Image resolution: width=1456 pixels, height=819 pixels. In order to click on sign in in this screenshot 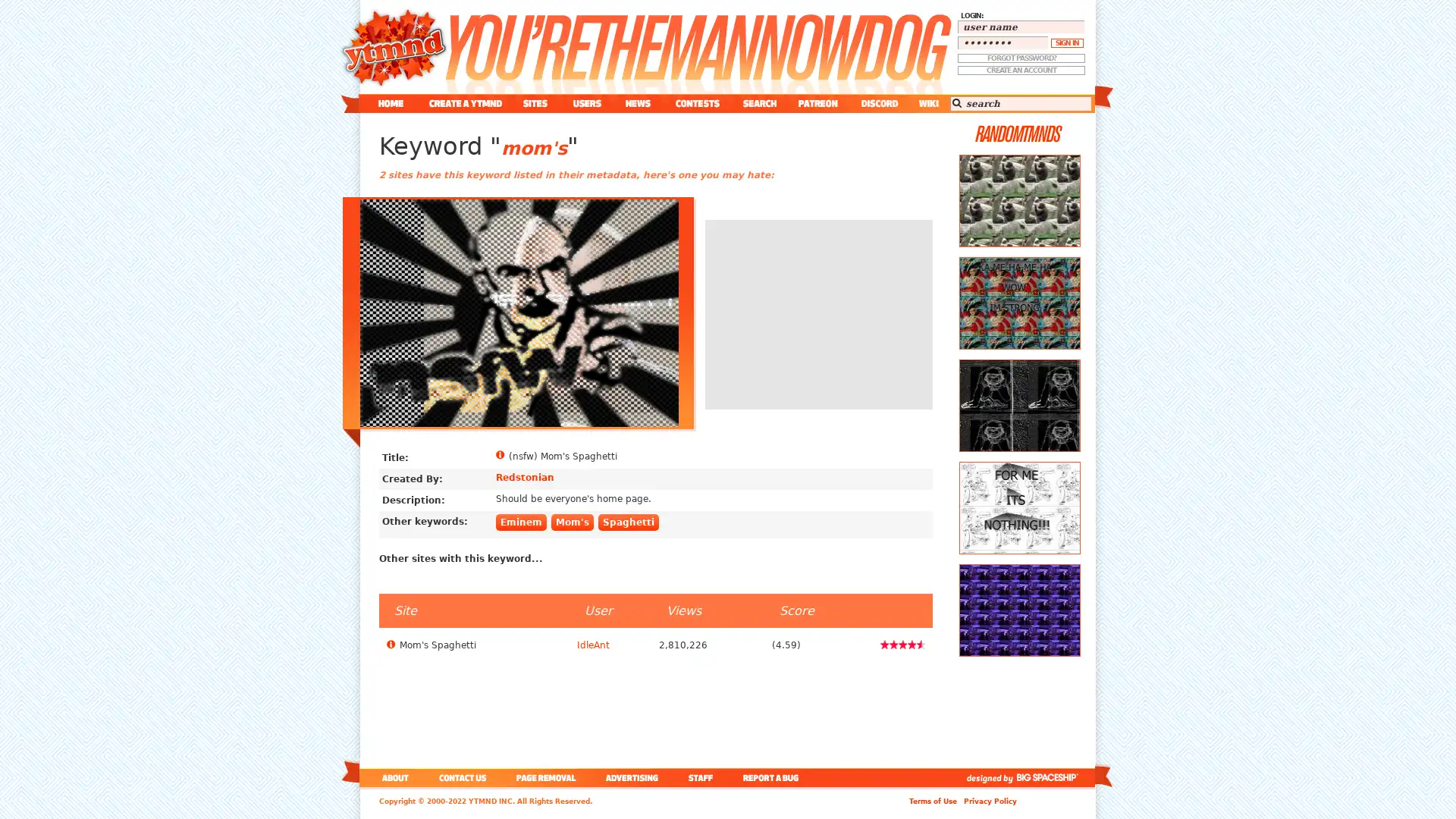, I will do `click(1066, 42)`.